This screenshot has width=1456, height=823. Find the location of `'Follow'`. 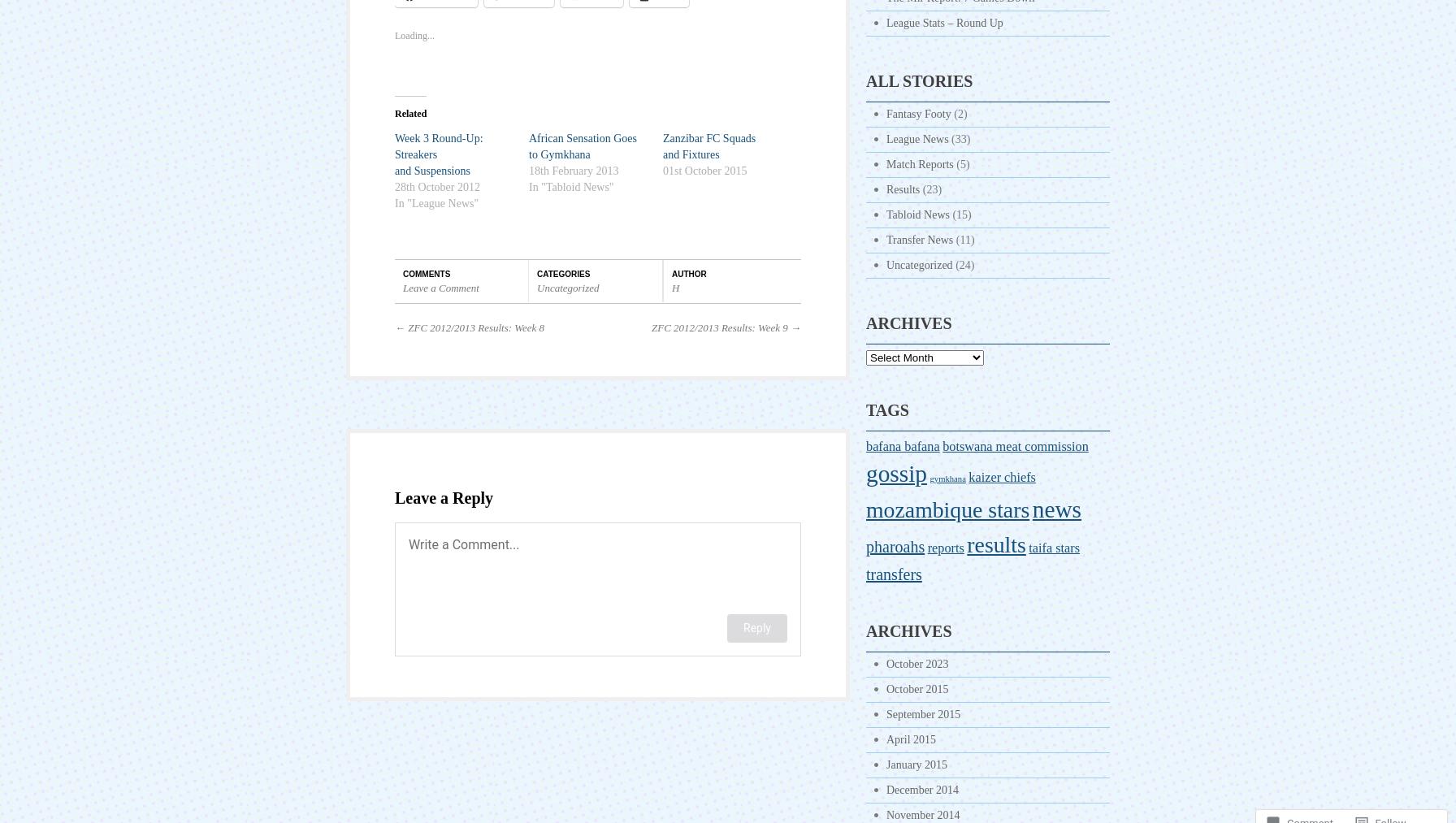

'Follow' is located at coordinates (1390, 779).